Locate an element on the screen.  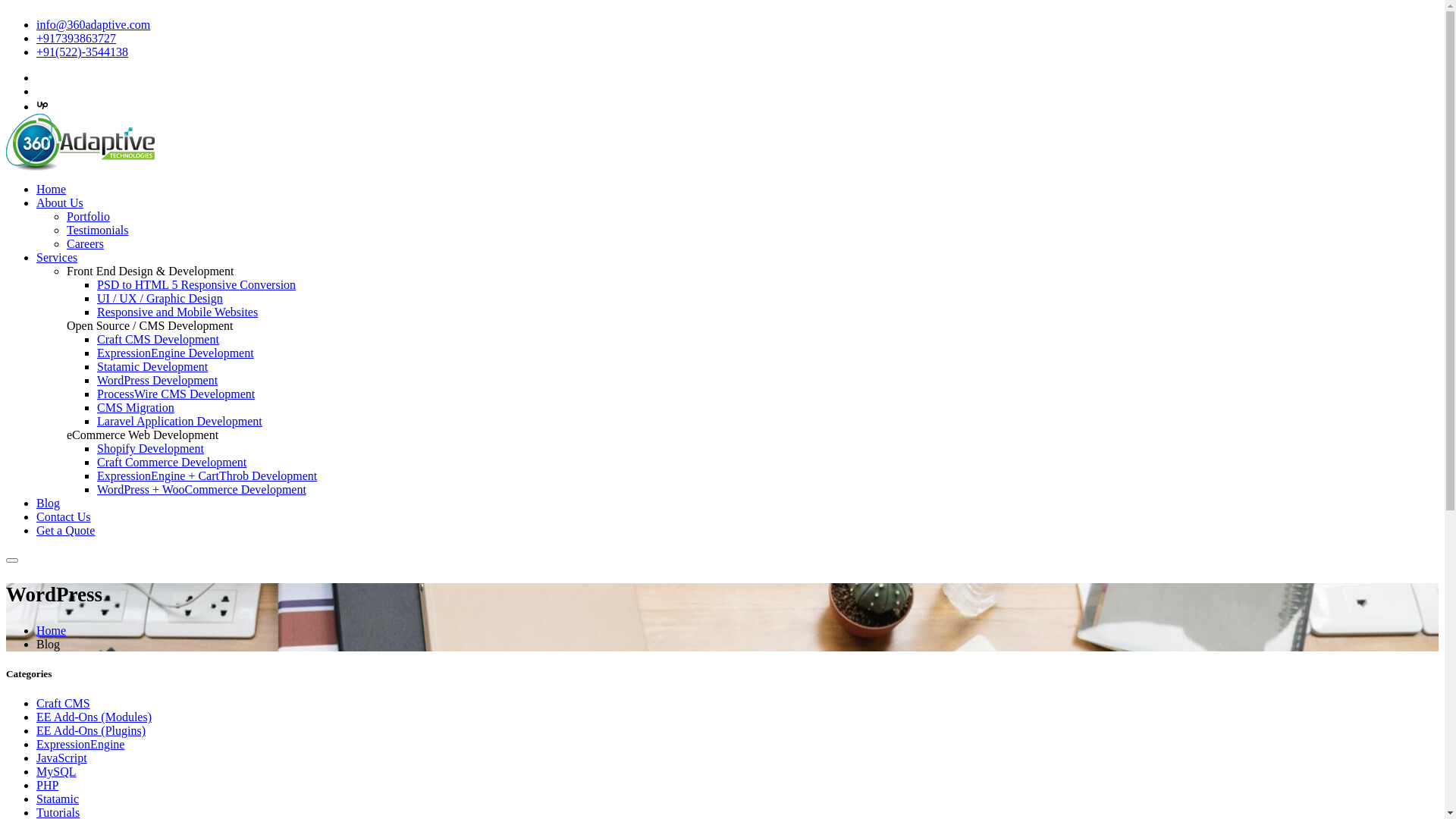
'UI / UX / Graphic Design' is located at coordinates (160, 298).